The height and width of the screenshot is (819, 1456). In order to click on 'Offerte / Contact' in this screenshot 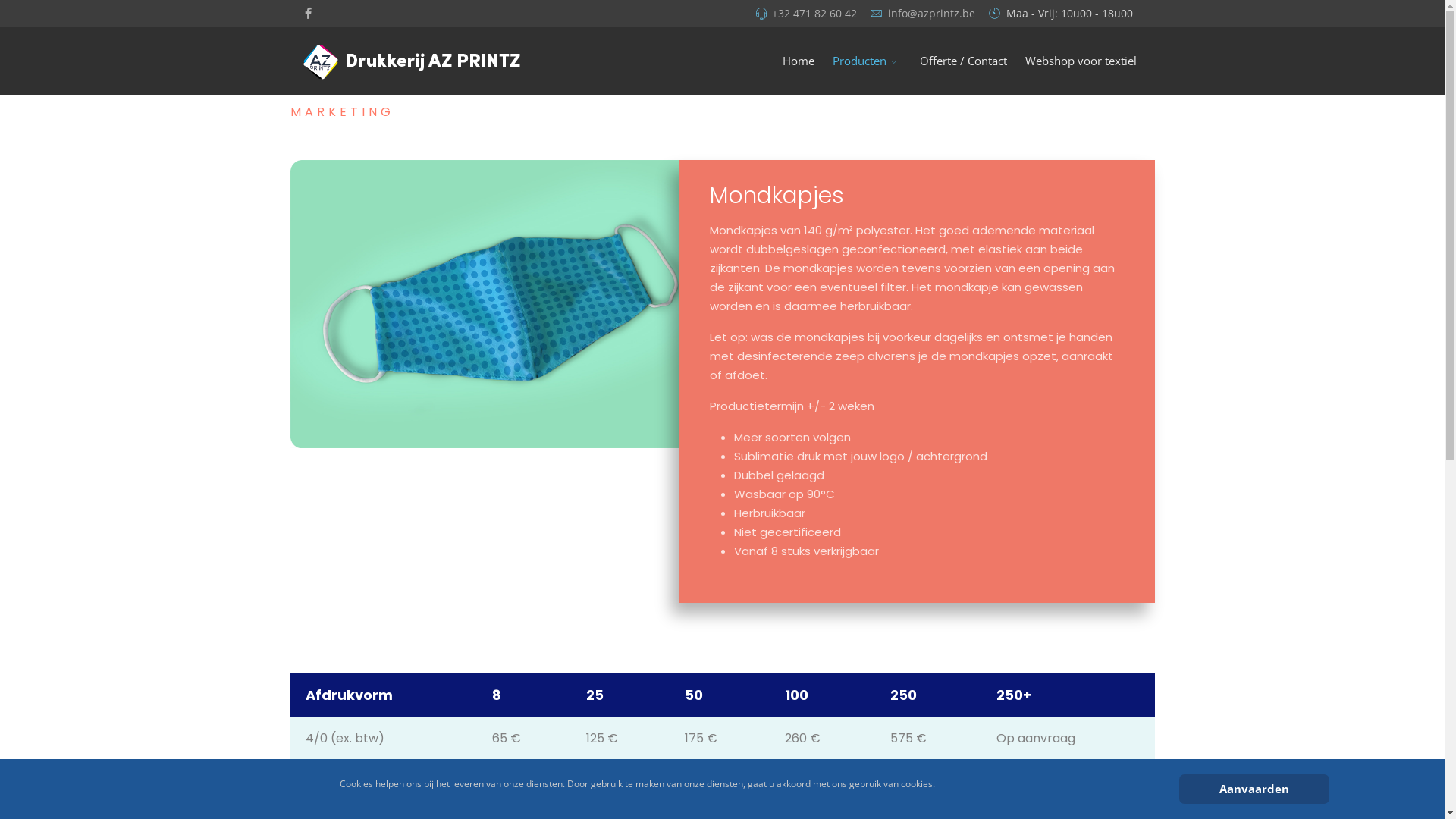, I will do `click(962, 60)`.